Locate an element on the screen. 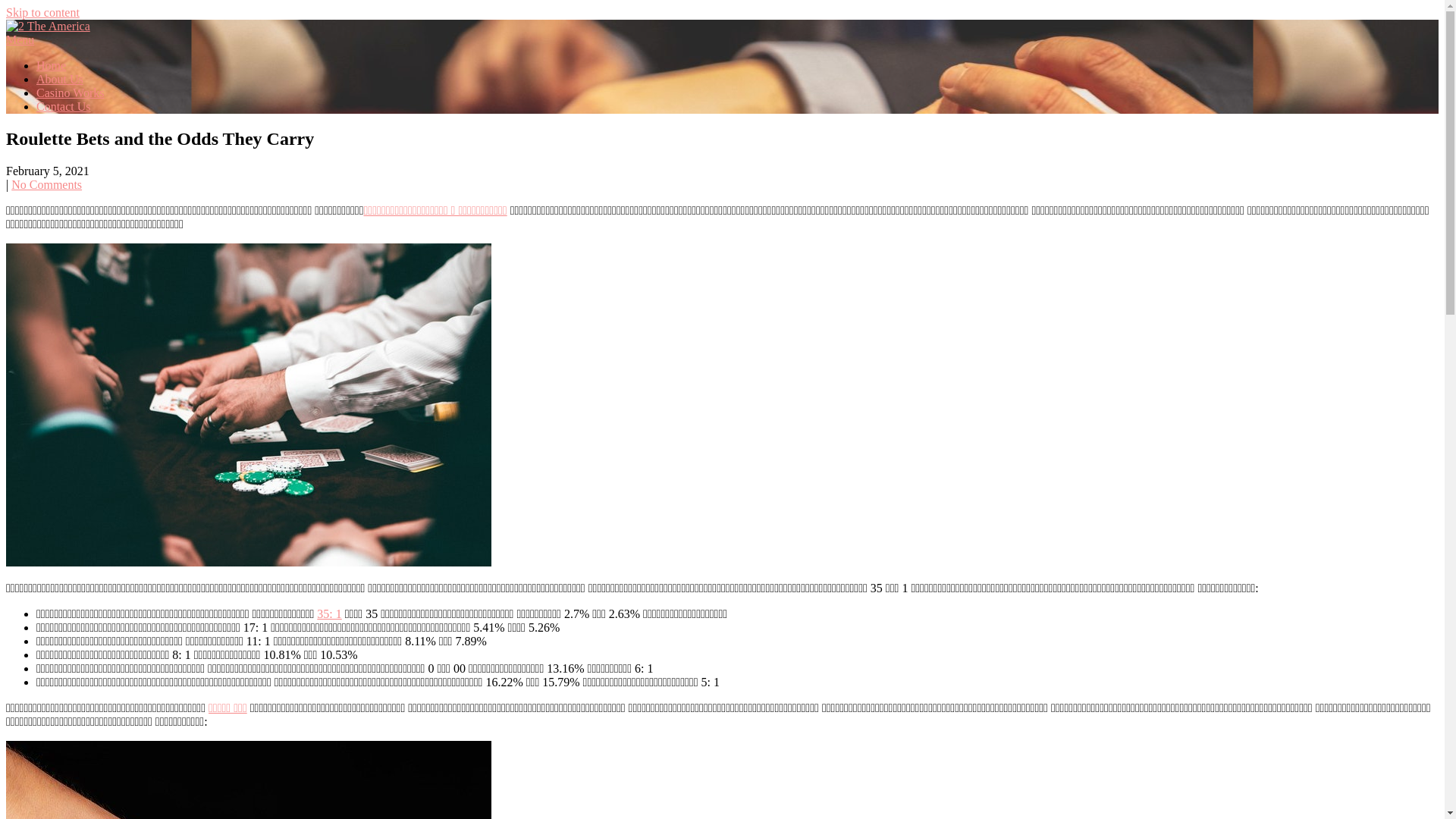  'Skip to content' is located at coordinates (42, 12).